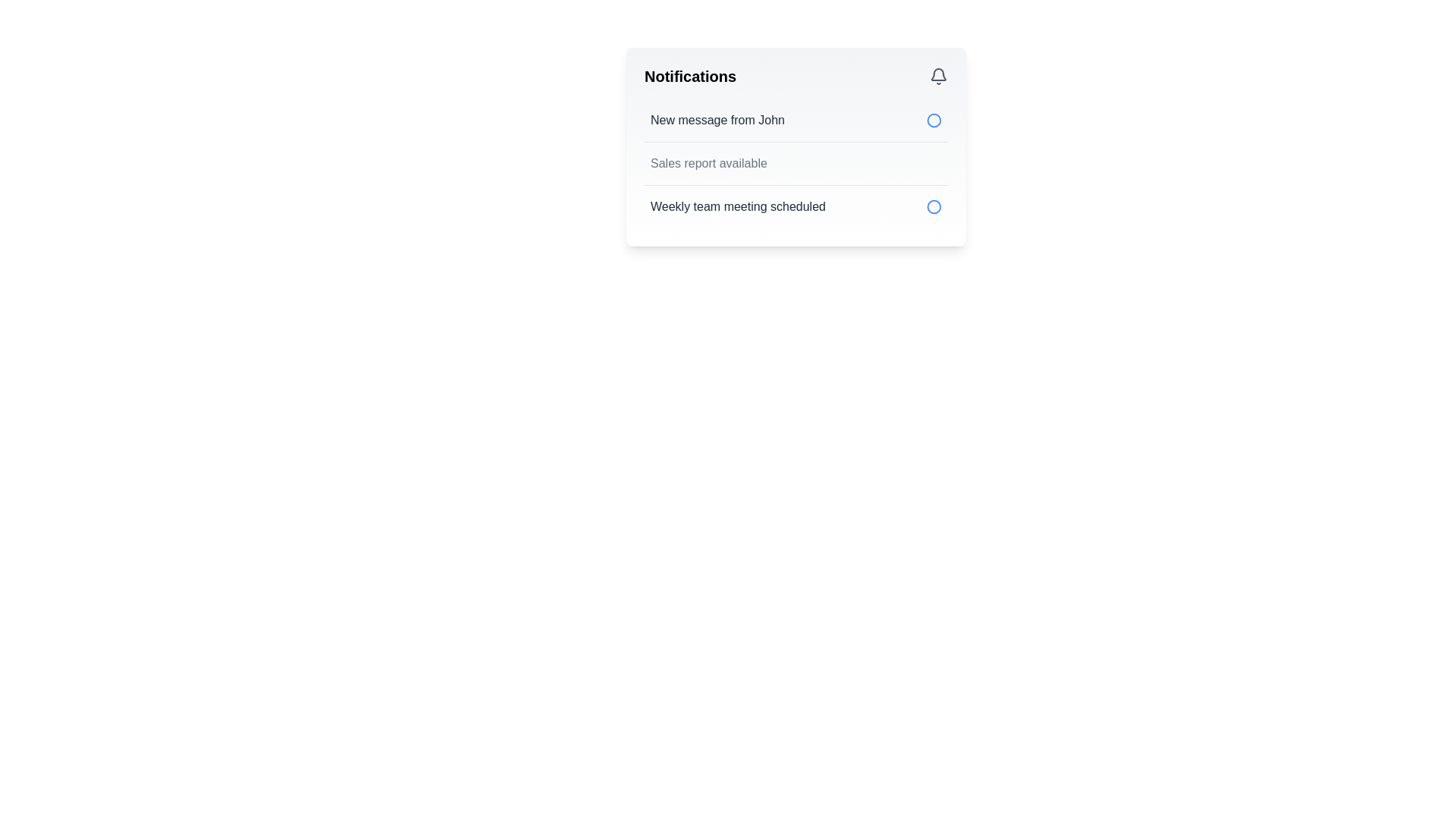  What do you see at coordinates (738, 207) in the screenshot?
I see `the text label that reads 'Weekly team meeting scheduled', which is styled with a medium-weight font and gray color in the notifications pane` at bounding box center [738, 207].